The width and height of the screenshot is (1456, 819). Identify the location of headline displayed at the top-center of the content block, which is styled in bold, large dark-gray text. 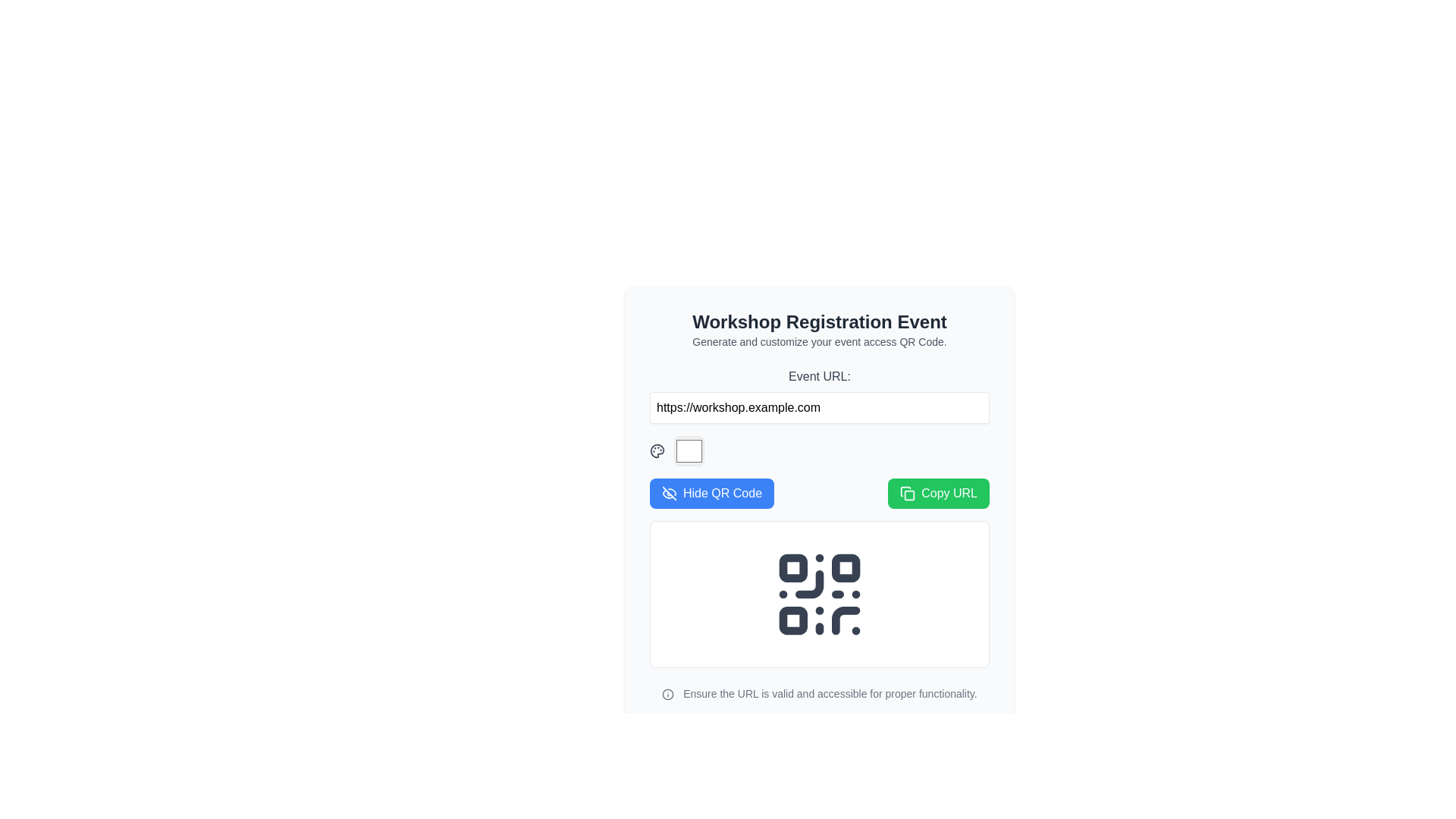
(818, 321).